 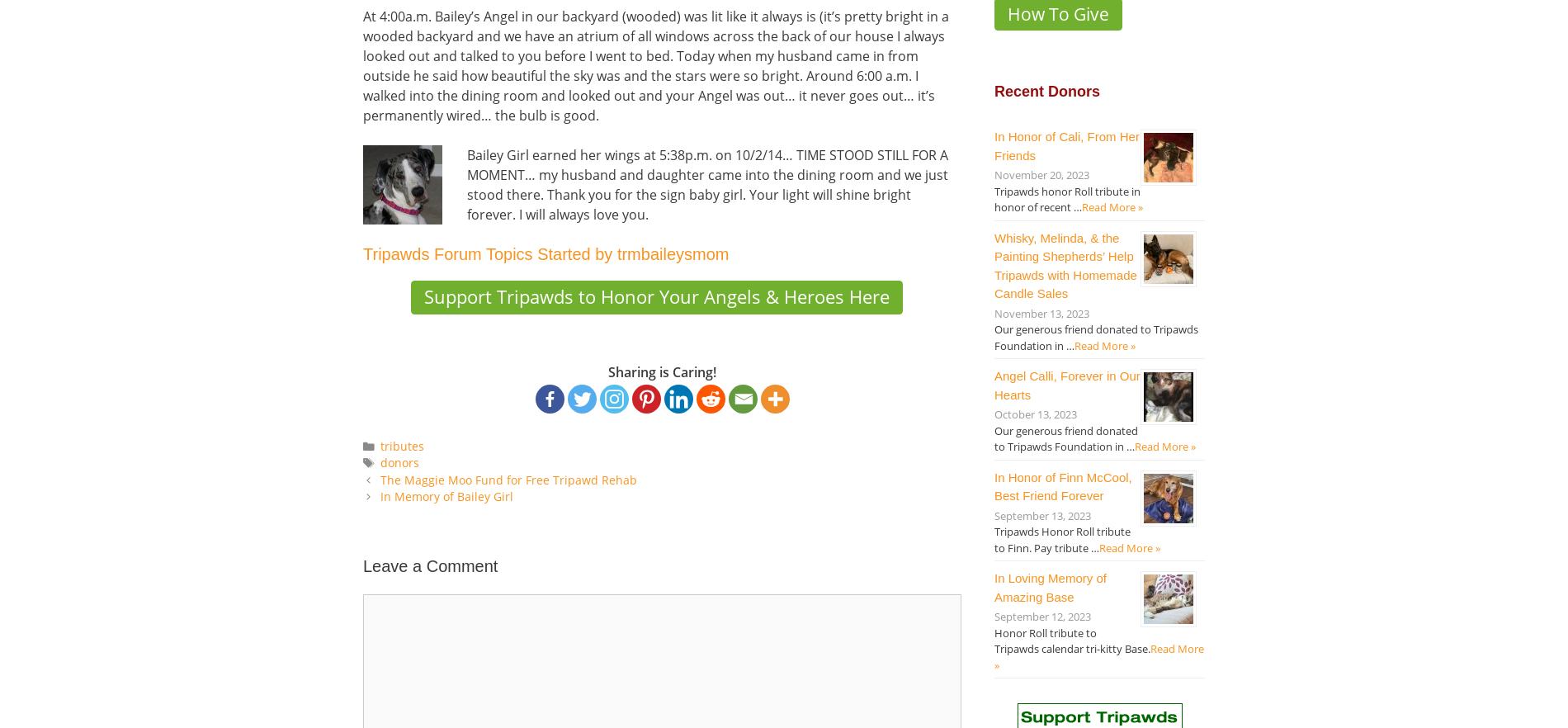 What do you see at coordinates (654, 295) in the screenshot?
I see `'Support Tripawds to Honor Your Angels & Heroes Here'` at bounding box center [654, 295].